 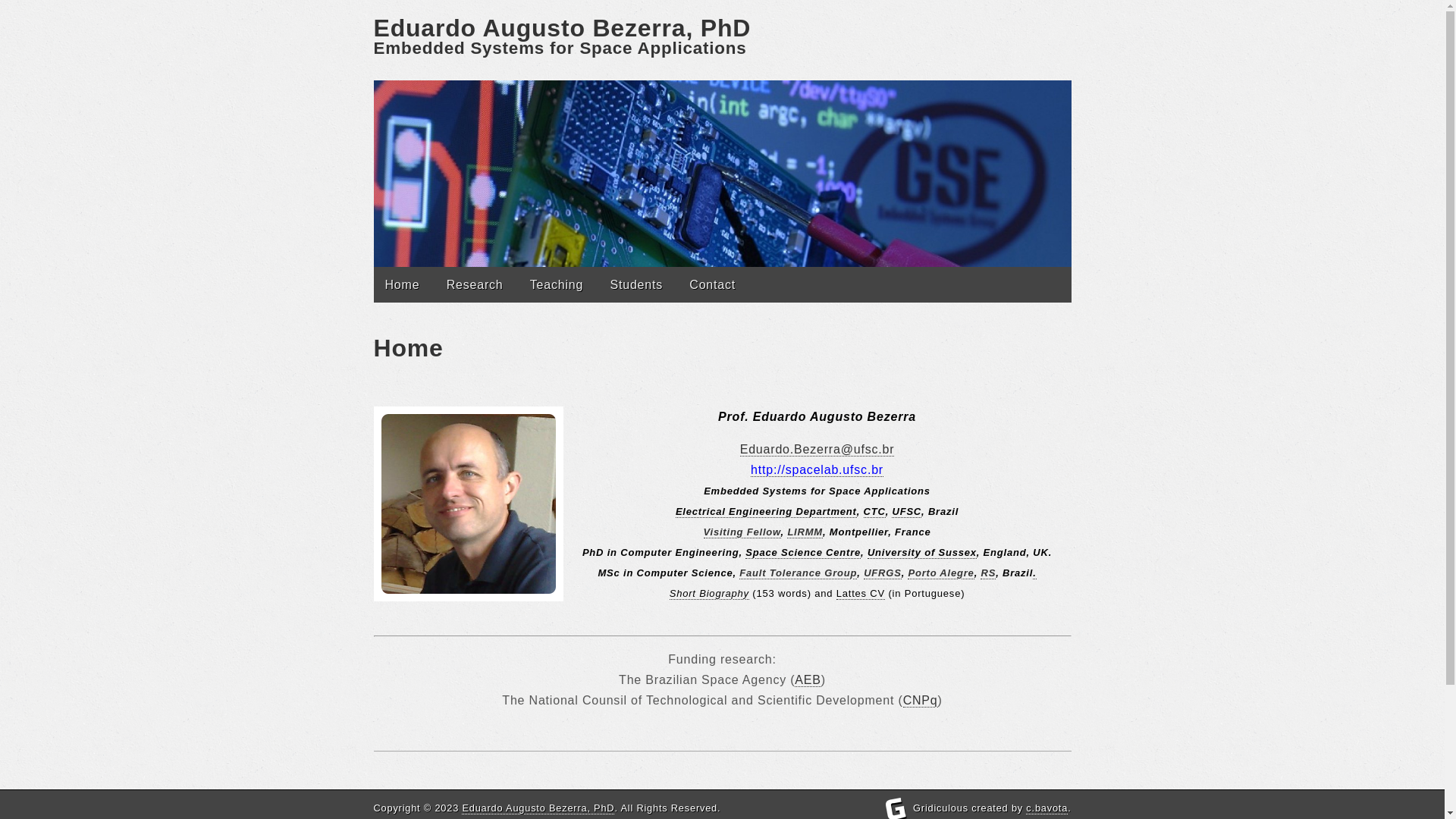 What do you see at coordinates (804, 532) in the screenshot?
I see `'LIRMM'` at bounding box center [804, 532].